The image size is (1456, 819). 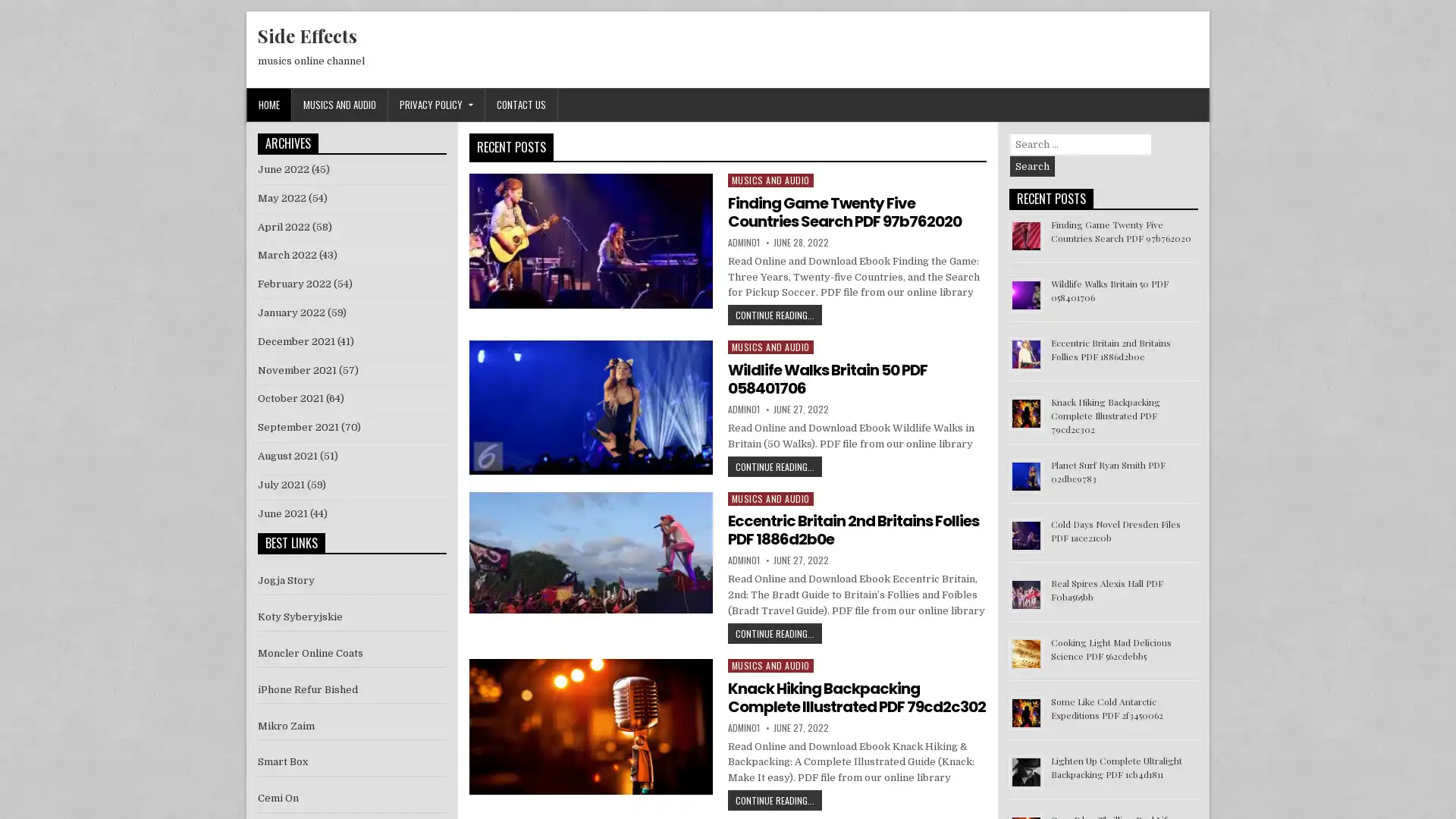 I want to click on Search, so click(x=1031, y=166).